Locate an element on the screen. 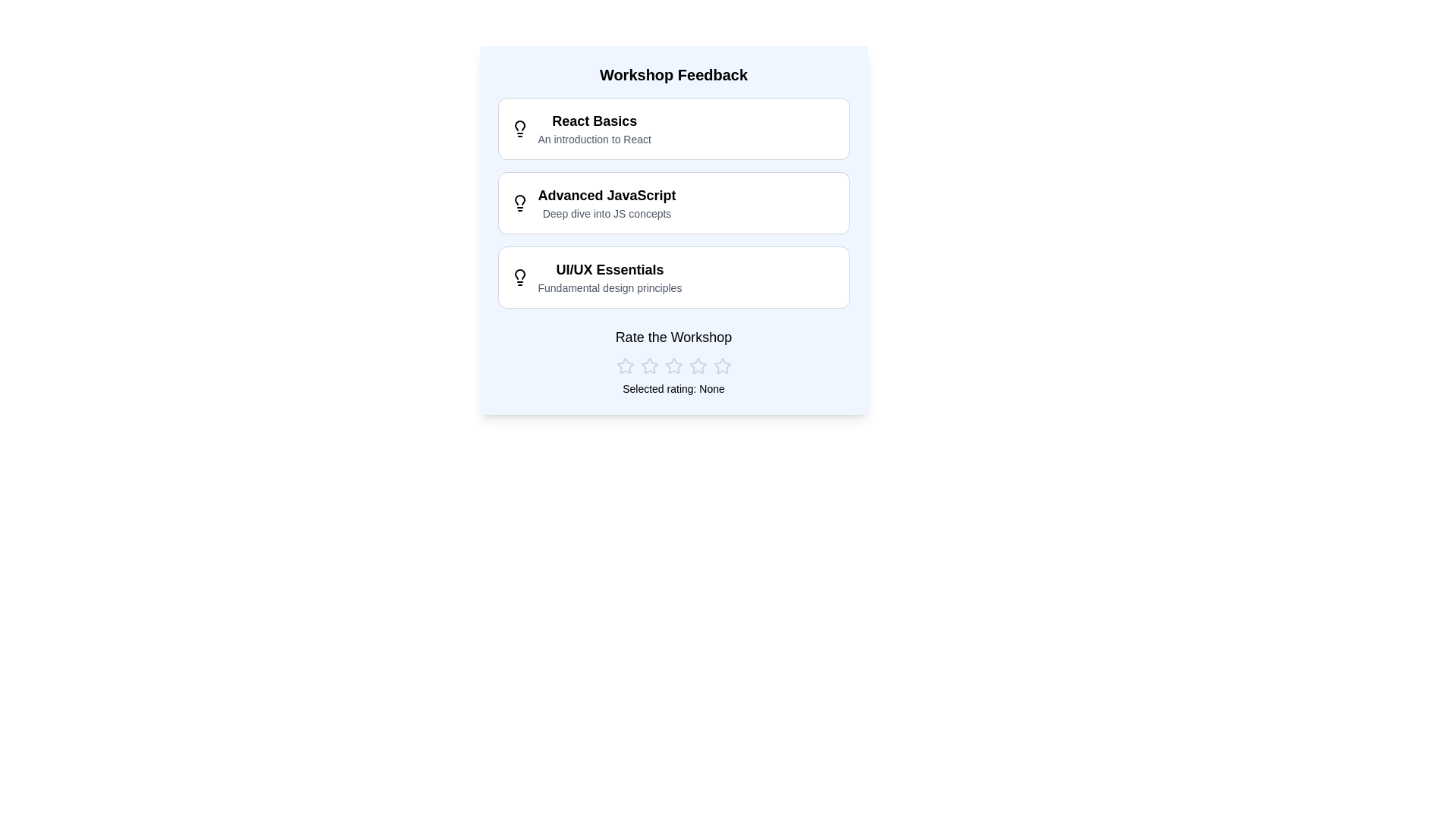 Image resolution: width=1456 pixels, height=819 pixels. the descriptive subtitle element located directly below the 'React Basics' title within the workshop card is located at coordinates (594, 140).